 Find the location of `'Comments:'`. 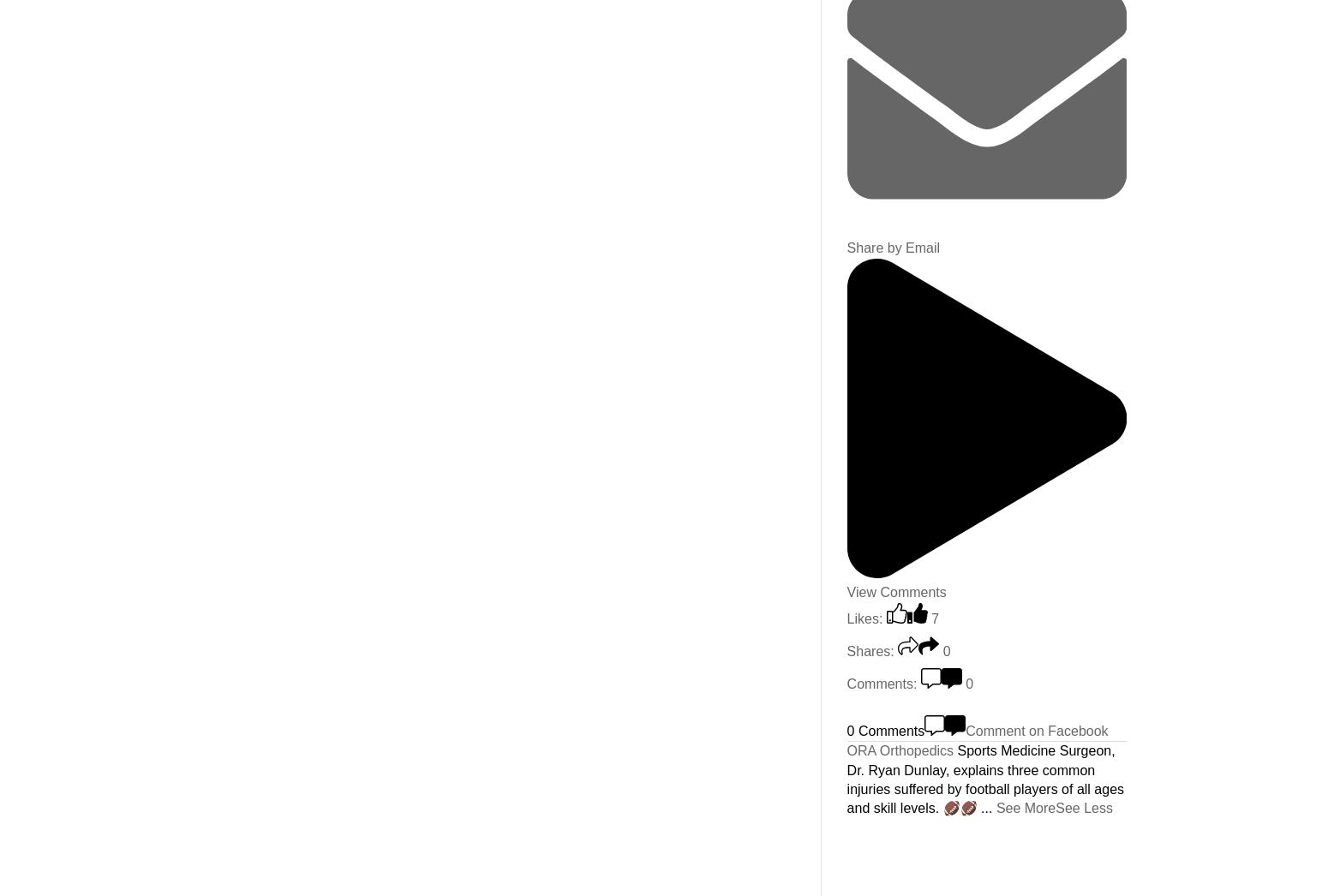

'Comments:' is located at coordinates (882, 684).